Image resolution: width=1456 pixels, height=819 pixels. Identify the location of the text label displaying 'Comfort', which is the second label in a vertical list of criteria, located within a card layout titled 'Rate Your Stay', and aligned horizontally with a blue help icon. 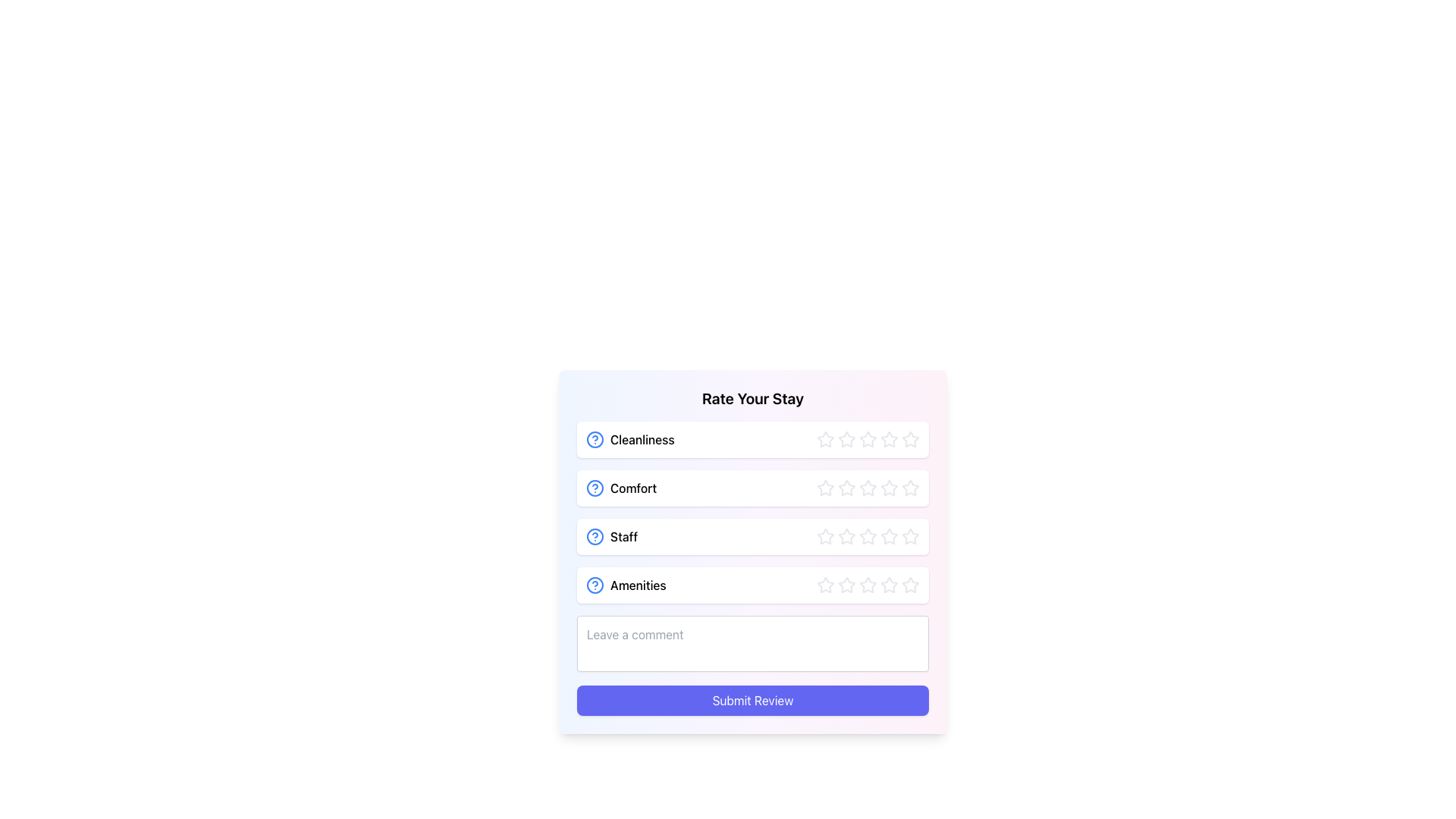
(633, 488).